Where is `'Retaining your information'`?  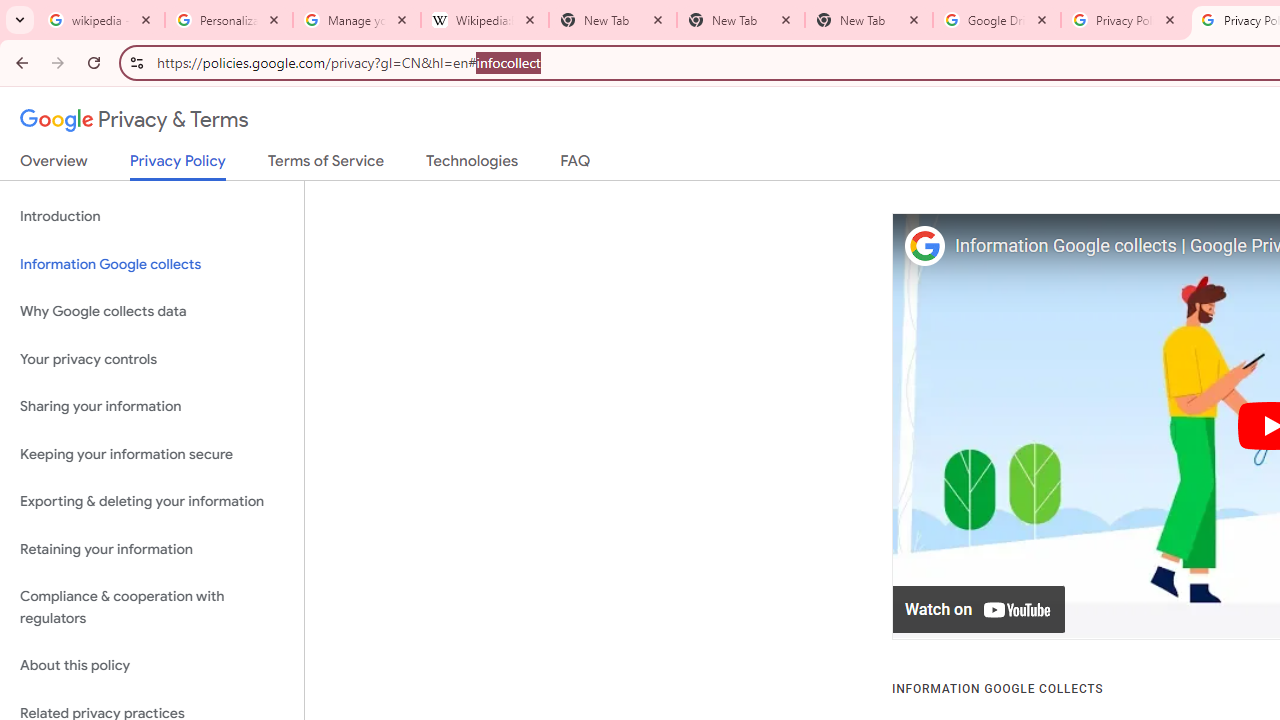 'Retaining your information' is located at coordinates (151, 549).